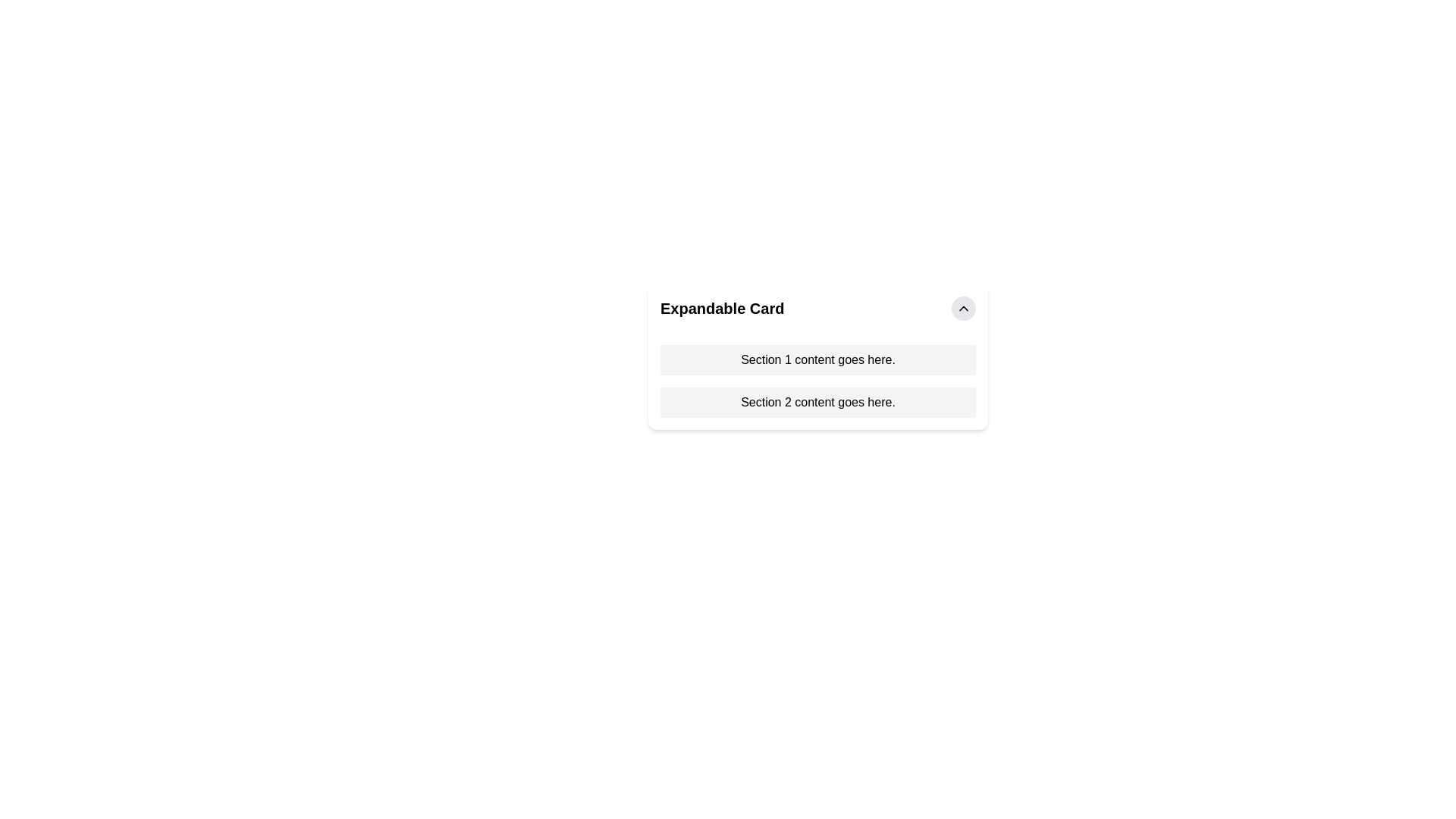 This screenshot has height=819, width=1456. What do you see at coordinates (721, 308) in the screenshot?
I see `the bold text label reading 'Expandable Card', which is styled as a title in the header of the expandable card component` at bounding box center [721, 308].